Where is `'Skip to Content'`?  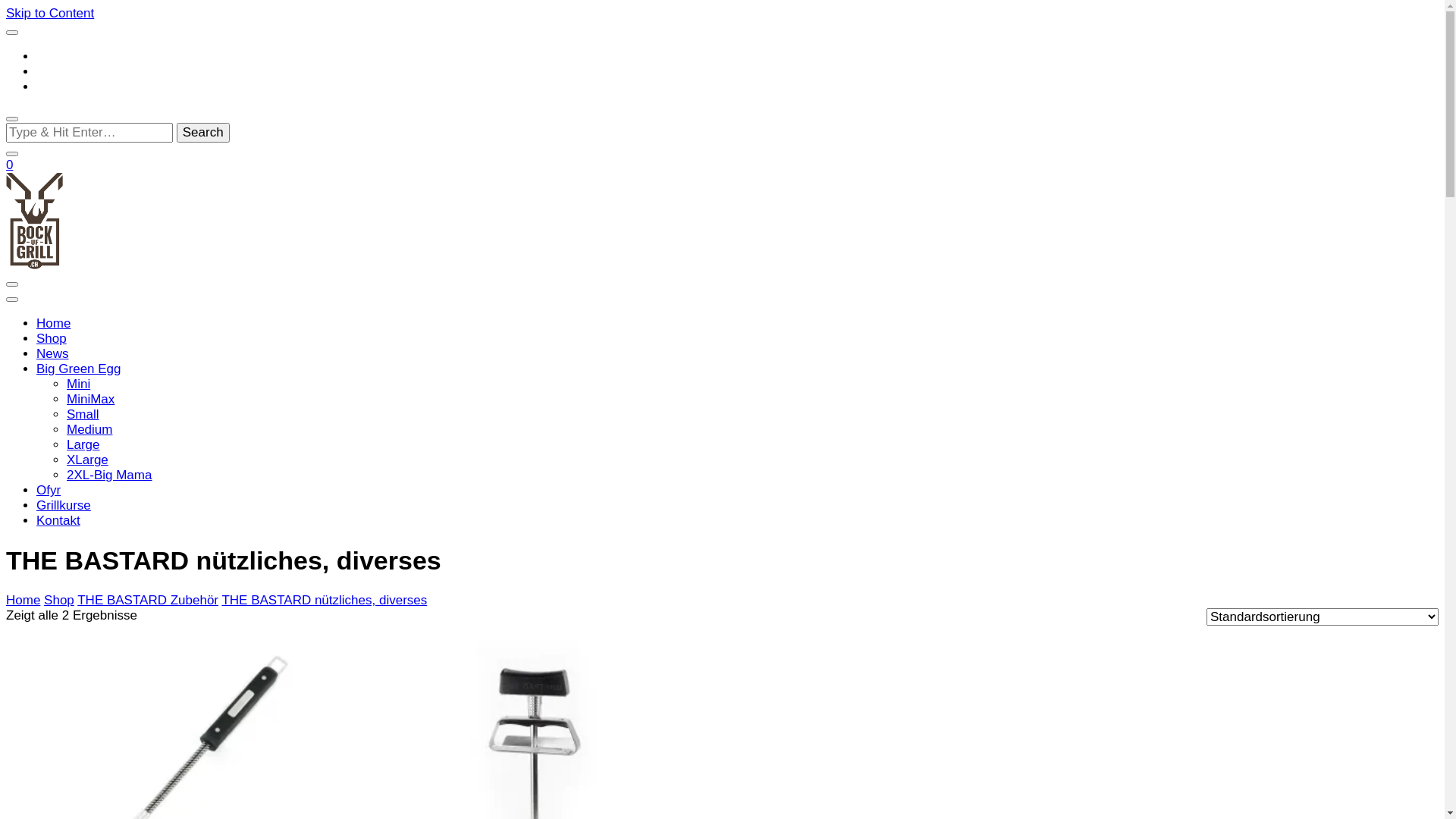 'Skip to Content' is located at coordinates (50, 13).